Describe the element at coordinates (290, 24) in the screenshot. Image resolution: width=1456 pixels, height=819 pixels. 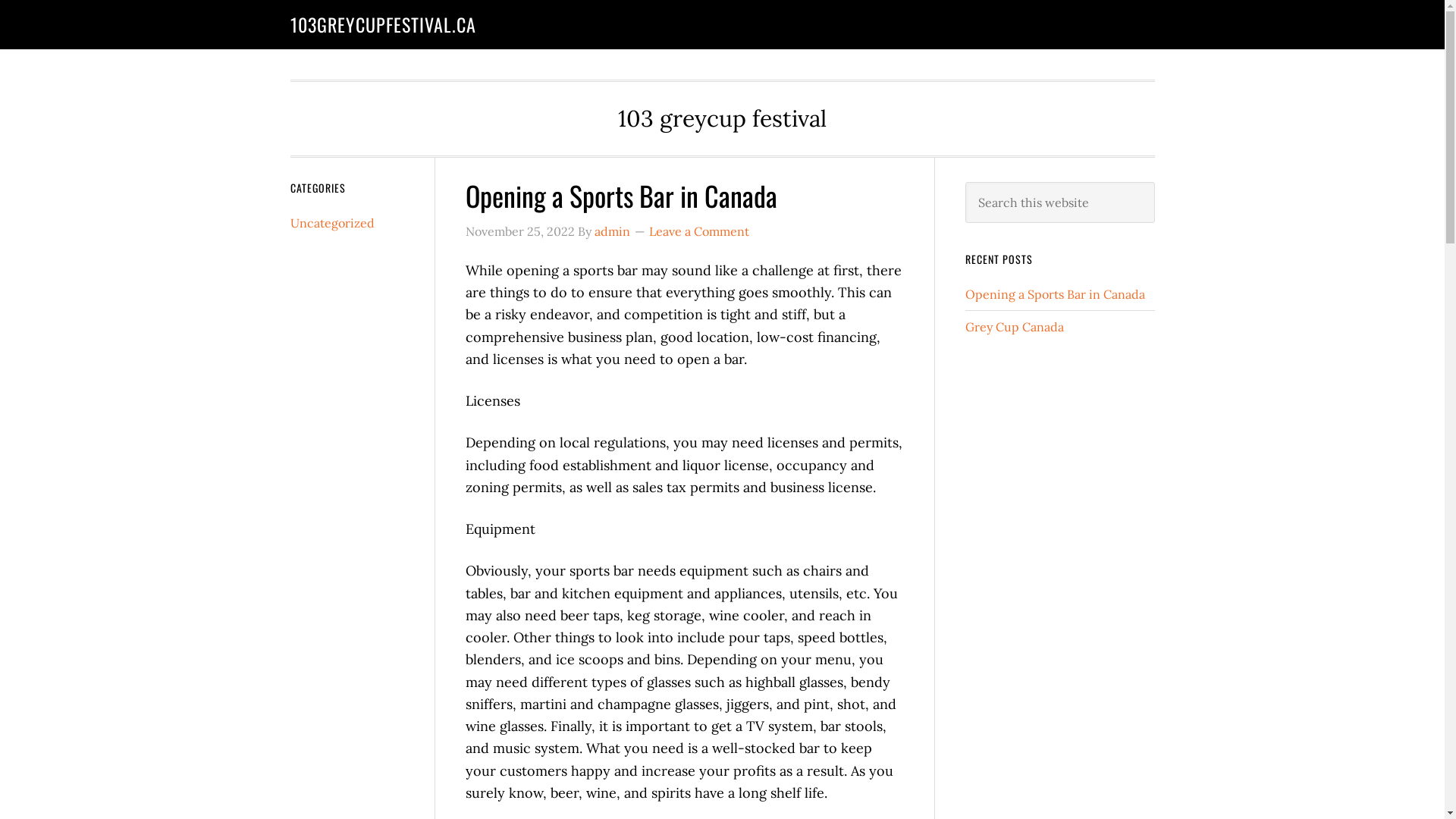
I see `'103GREYCUPFESTIVAL.CA'` at that location.